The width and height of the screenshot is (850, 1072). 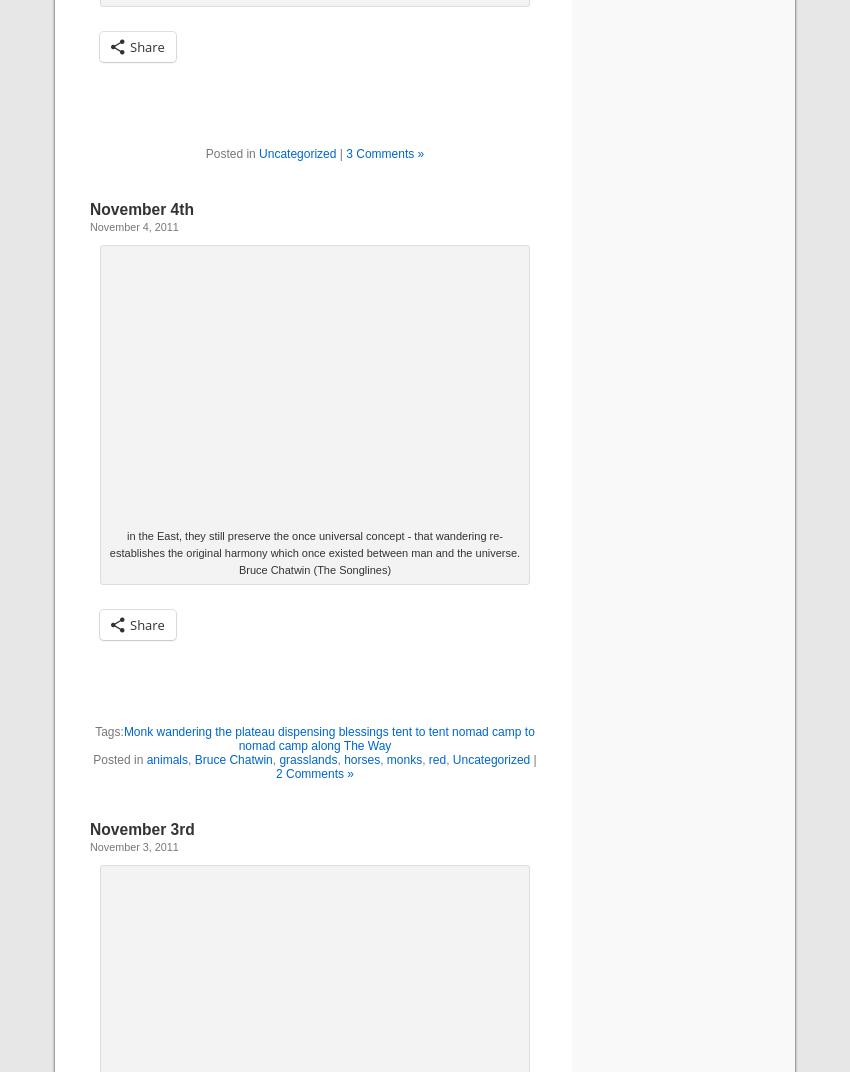 I want to click on 'monks', so click(x=404, y=760).